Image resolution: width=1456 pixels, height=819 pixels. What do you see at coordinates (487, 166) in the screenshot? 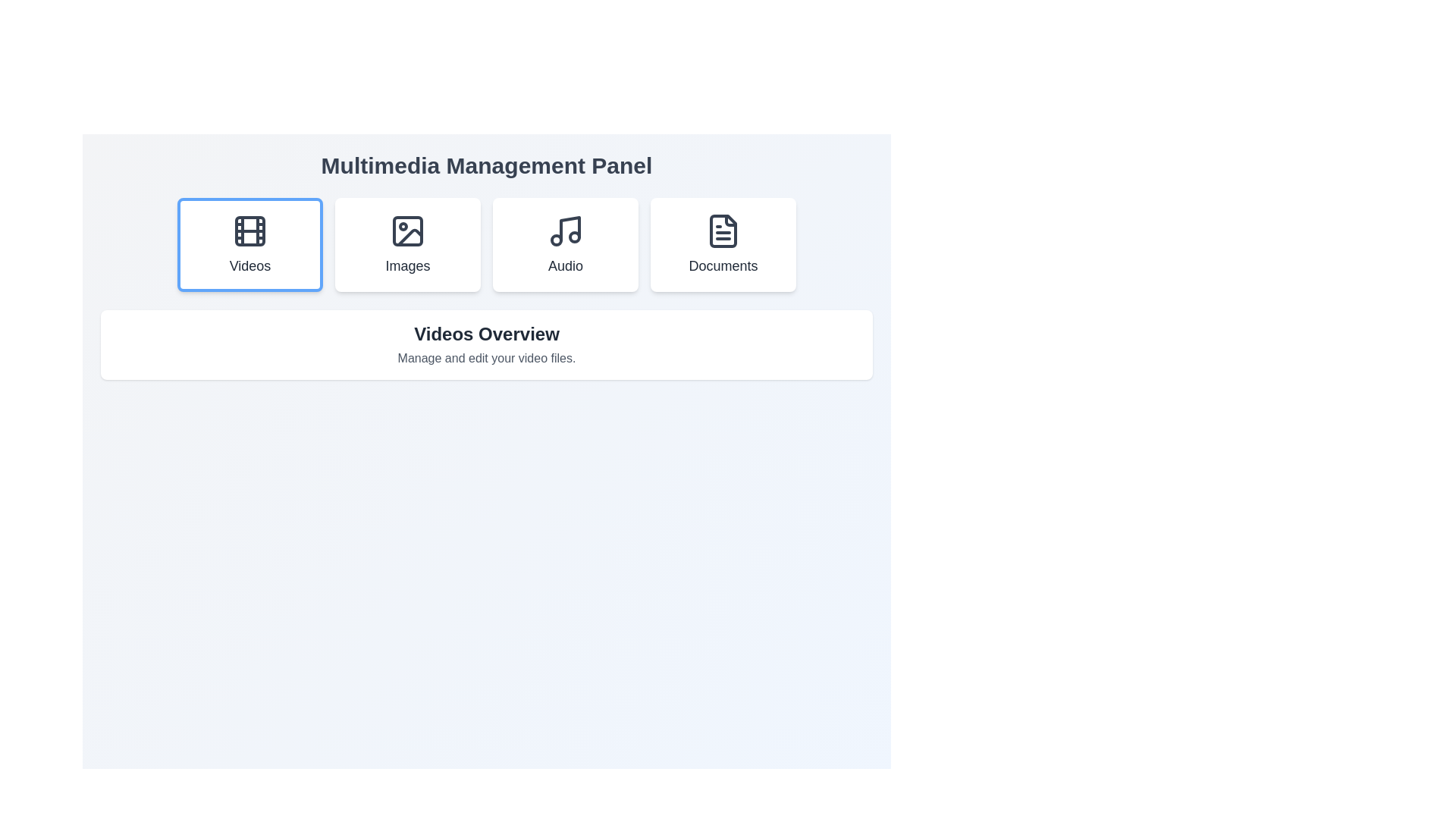
I see `header text element that displays 'Multimedia Management Panel', which is styled with a large font size, bold weight, and gray color, located at the top of the interface` at bounding box center [487, 166].